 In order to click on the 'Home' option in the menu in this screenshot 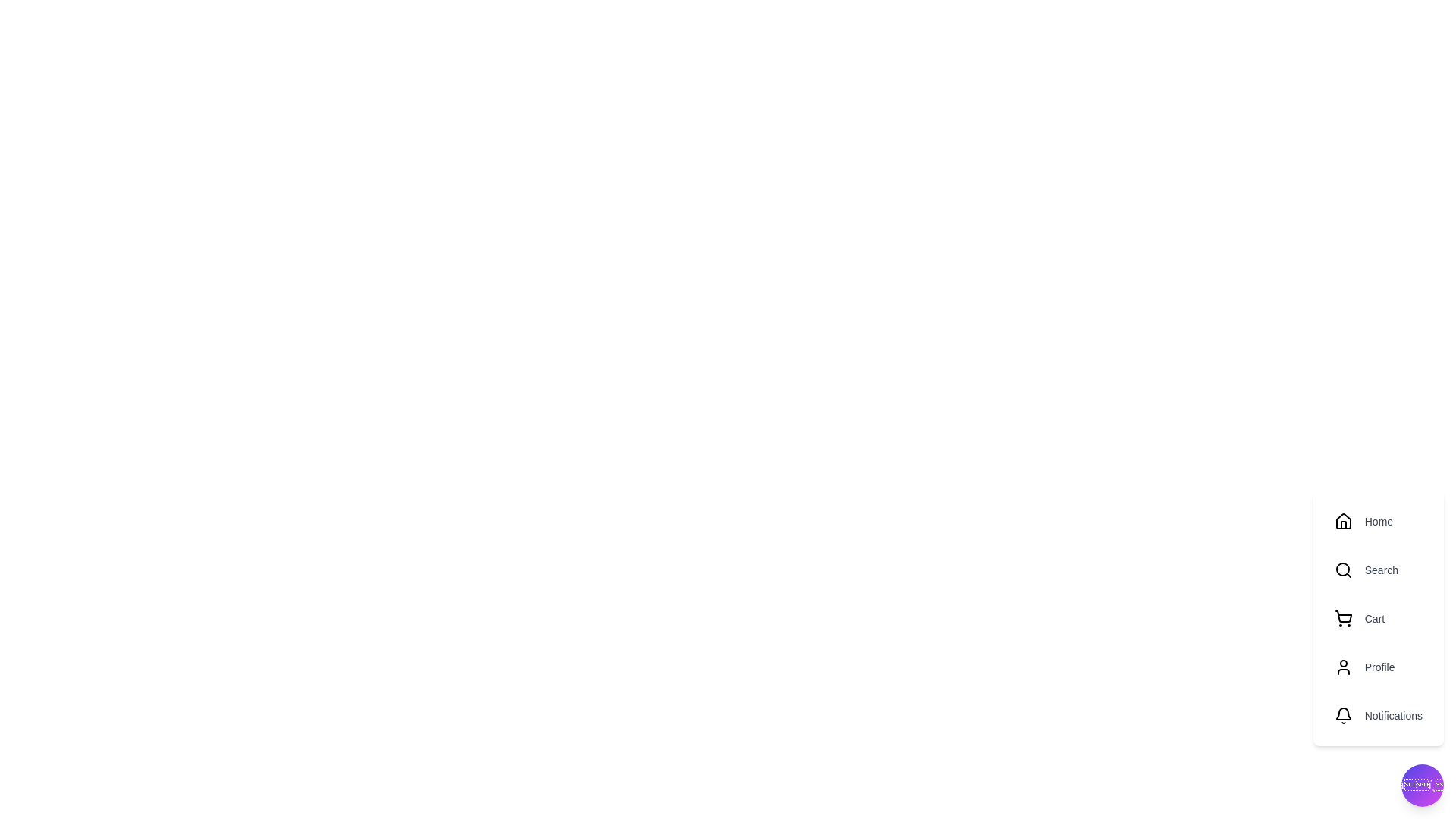, I will do `click(1378, 520)`.